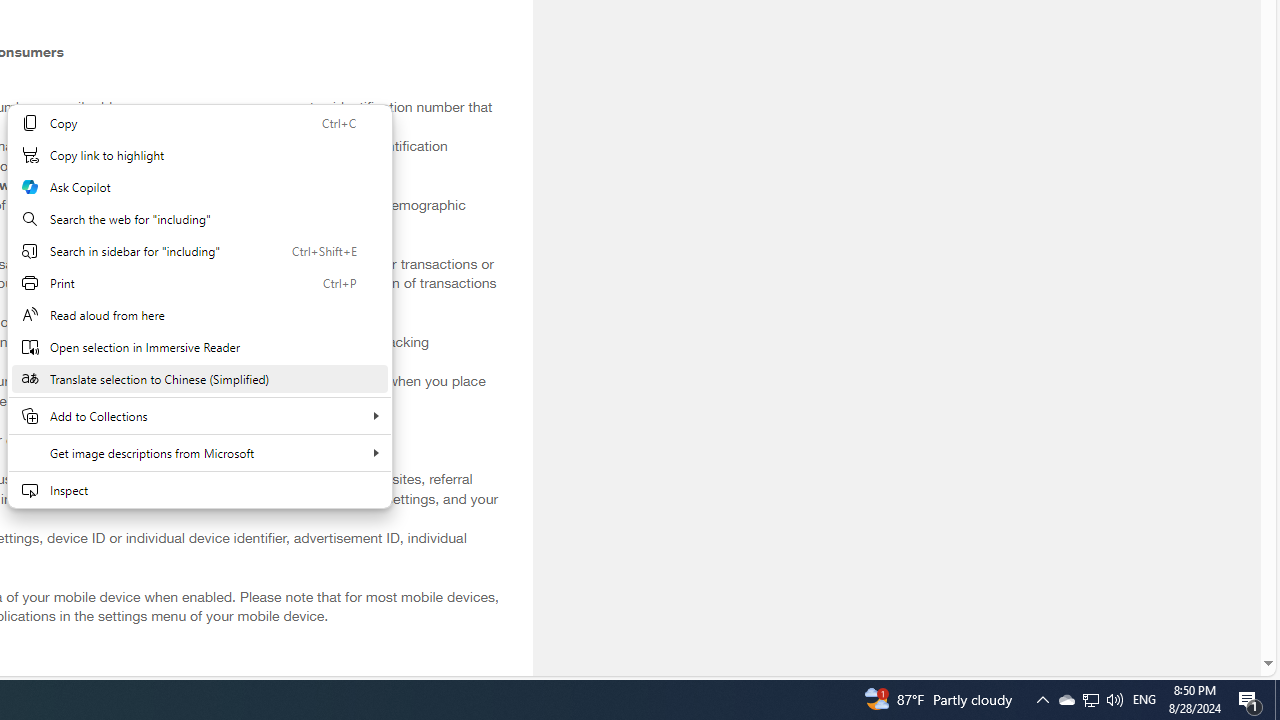 The image size is (1280, 720). What do you see at coordinates (199, 489) in the screenshot?
I see `'Inspect'` at bounding box center [199, 489].